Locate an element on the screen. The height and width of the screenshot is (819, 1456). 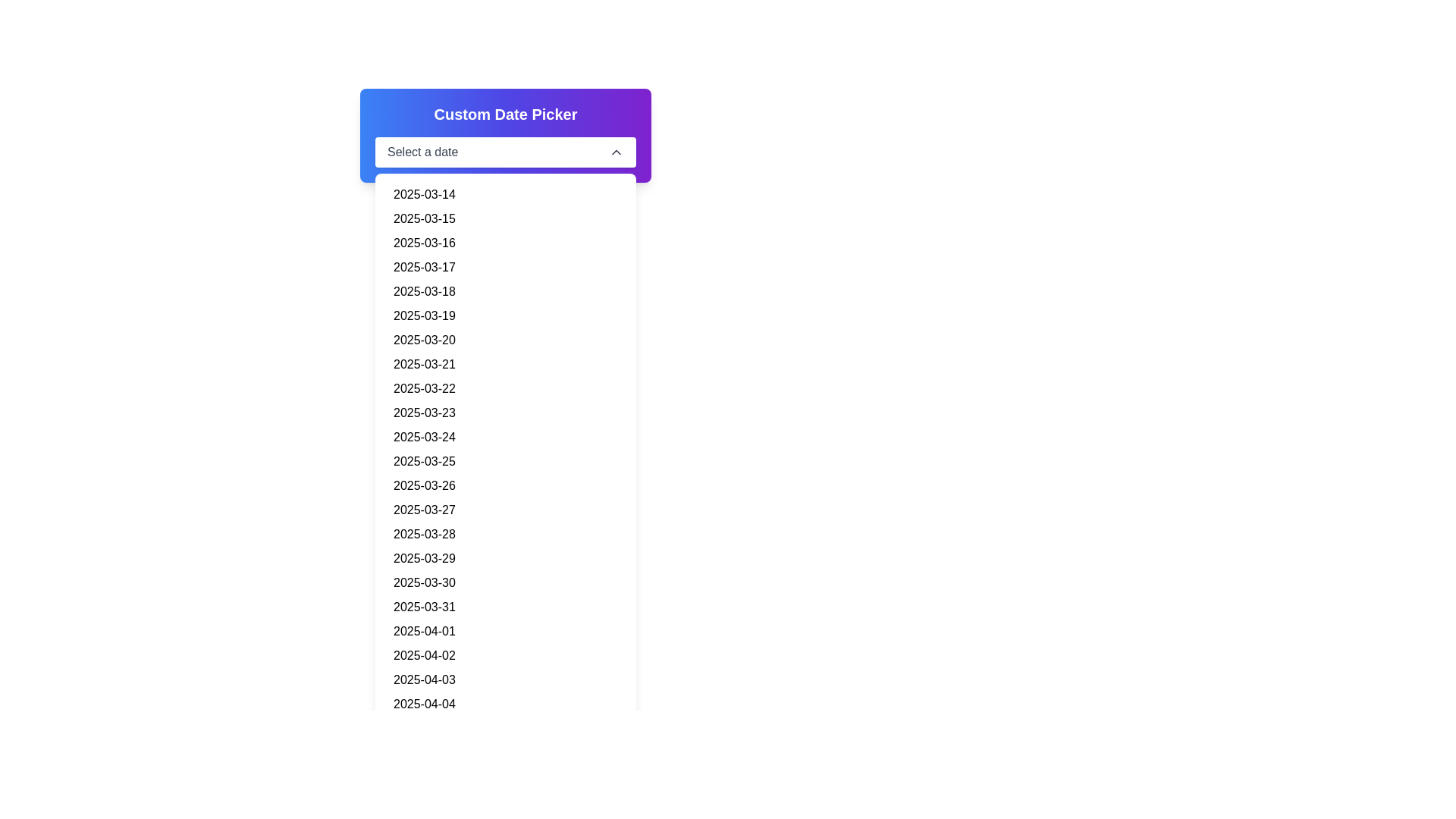
the sixteenth date list item representing '2025-03-29' is located at coordinates (506, 558).